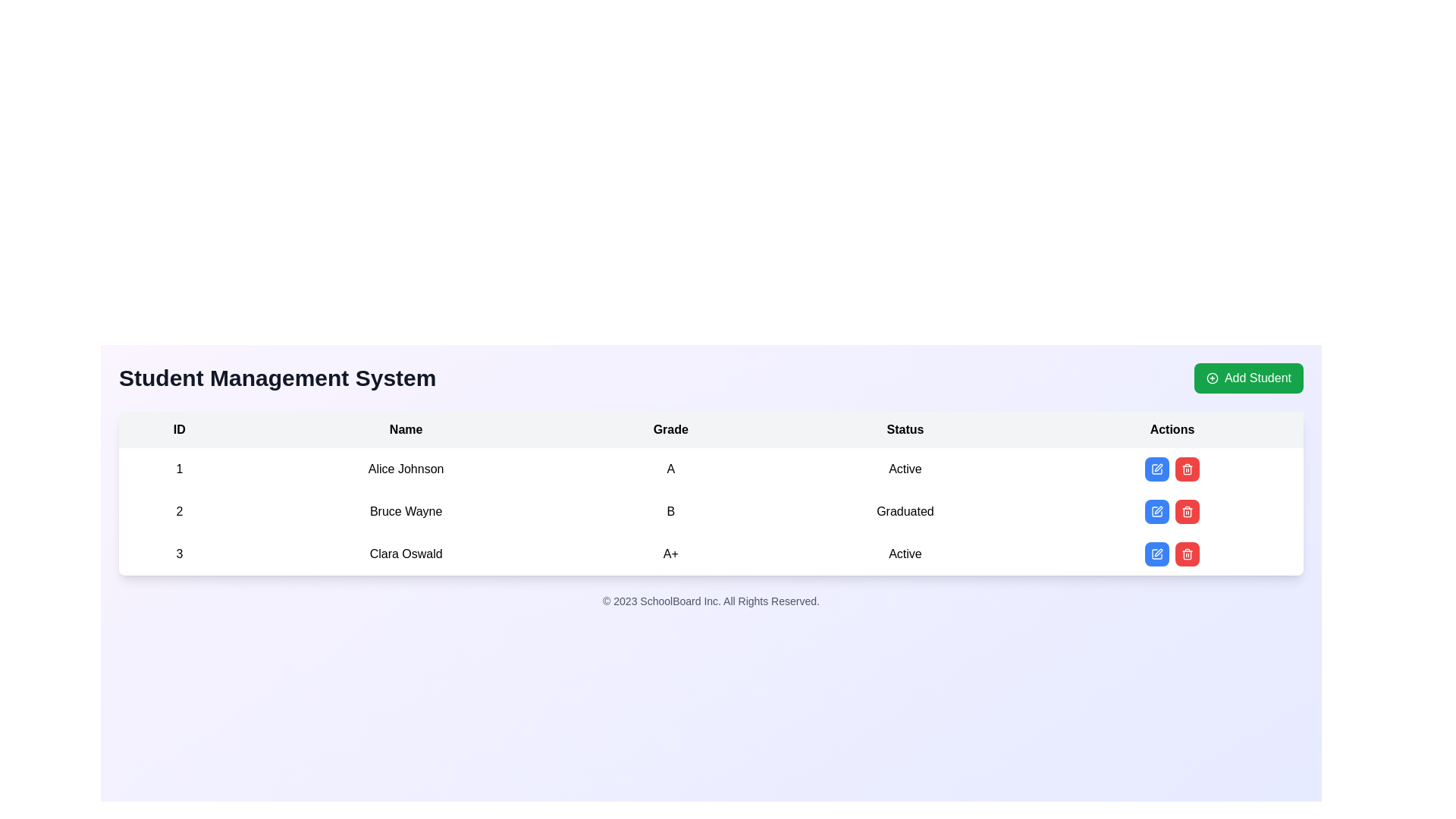 This screenshot has height=819, width=1456. What do you see at coordinates (905, 512) in the screenshot?
I see `the static text element displaying the status of the individual in the second row of the table, located under the 'Status' column` at bounding box center [905, 512].